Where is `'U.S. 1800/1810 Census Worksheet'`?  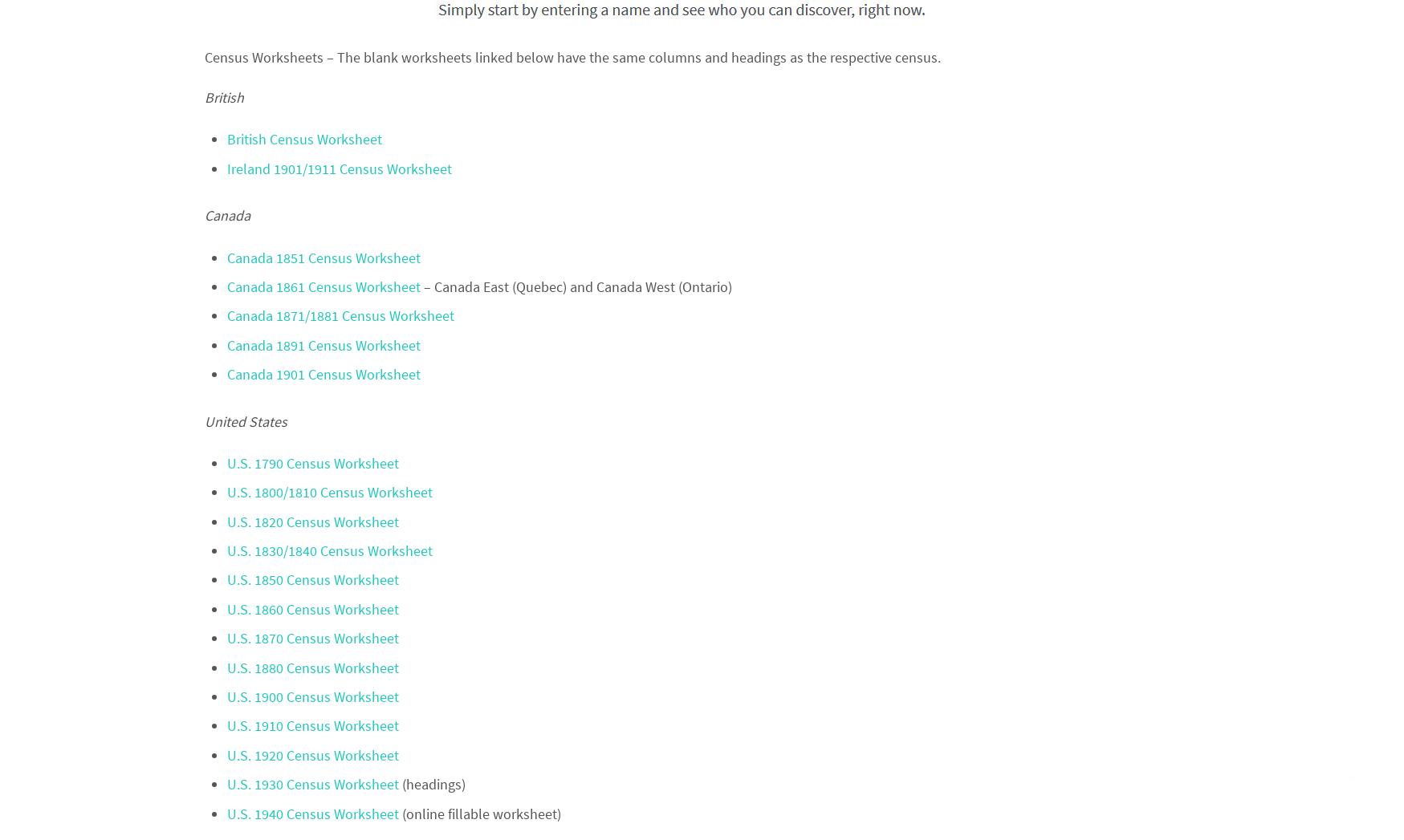
'U.S. 1800/1810 Census Worksheet' is located at coordinates (329, 491).